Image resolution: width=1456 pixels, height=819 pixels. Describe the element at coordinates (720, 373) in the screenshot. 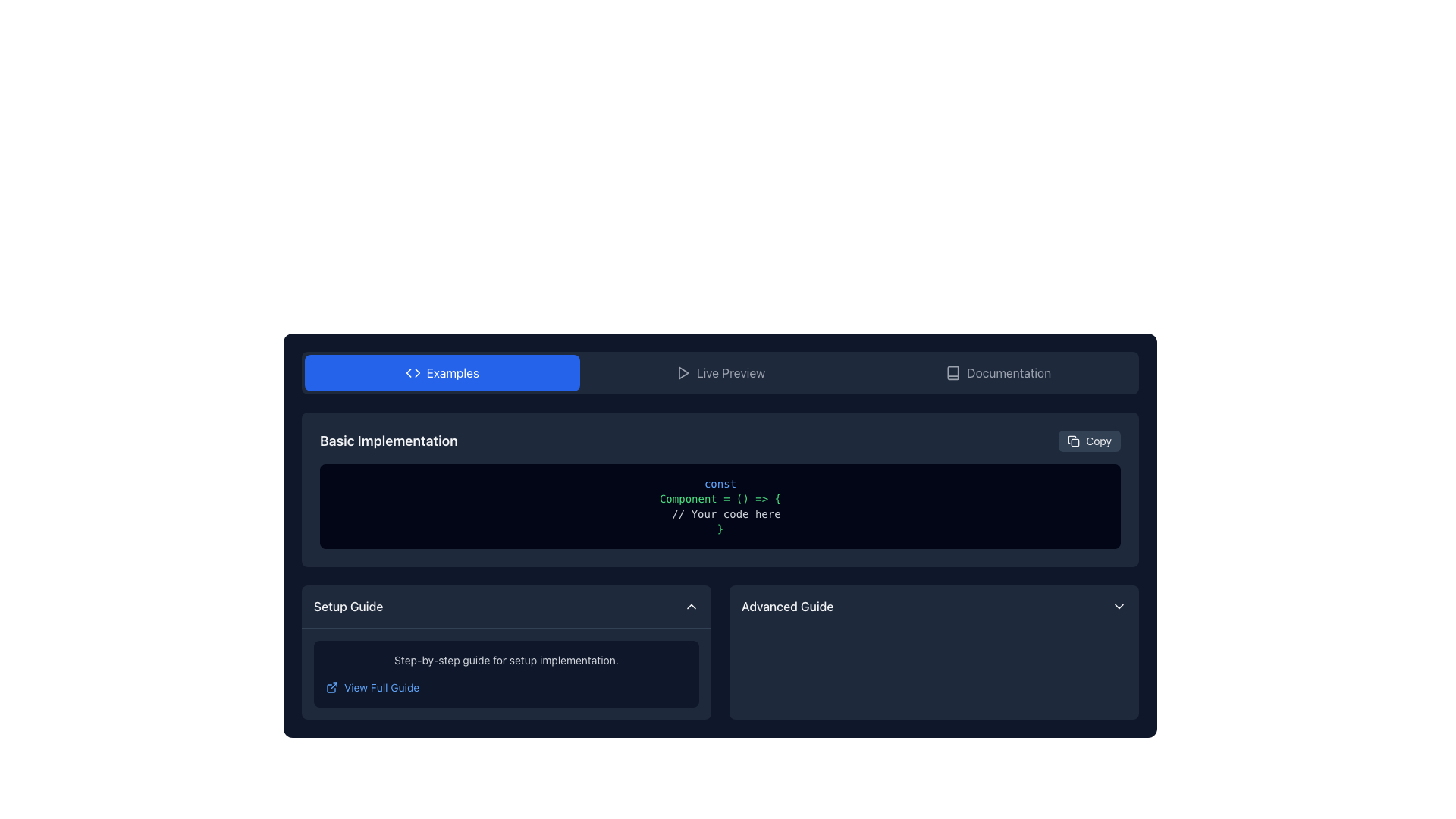

I see `the 'Live Preview' button, which is the second button in a group of three` at that location.